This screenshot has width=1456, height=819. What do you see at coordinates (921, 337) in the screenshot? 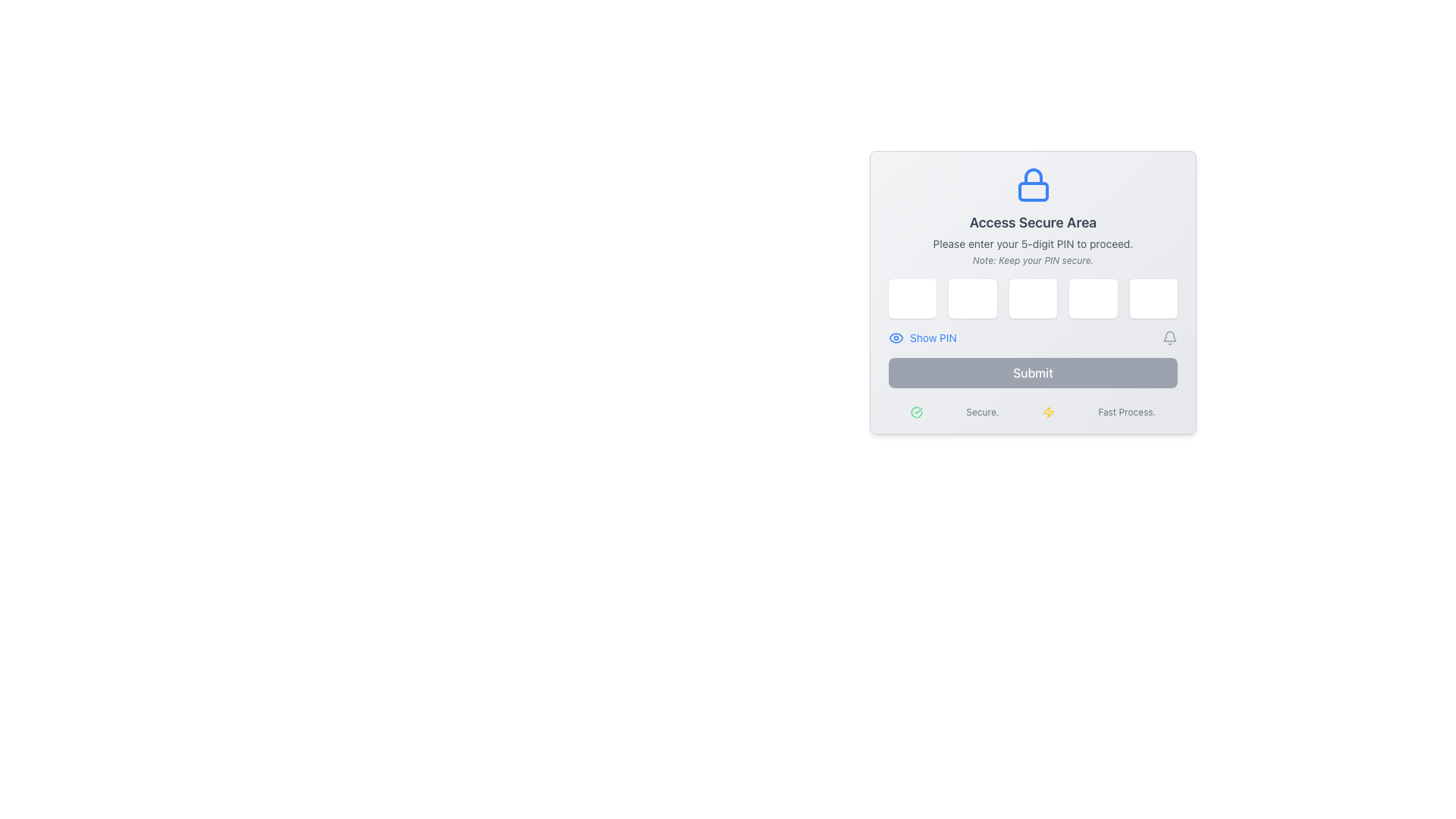
I see `the 'Show PIN' button which features a small blue font and an eye icon for visibility, located beneath the PIN code entry fields` at bounding box center [921, 337].